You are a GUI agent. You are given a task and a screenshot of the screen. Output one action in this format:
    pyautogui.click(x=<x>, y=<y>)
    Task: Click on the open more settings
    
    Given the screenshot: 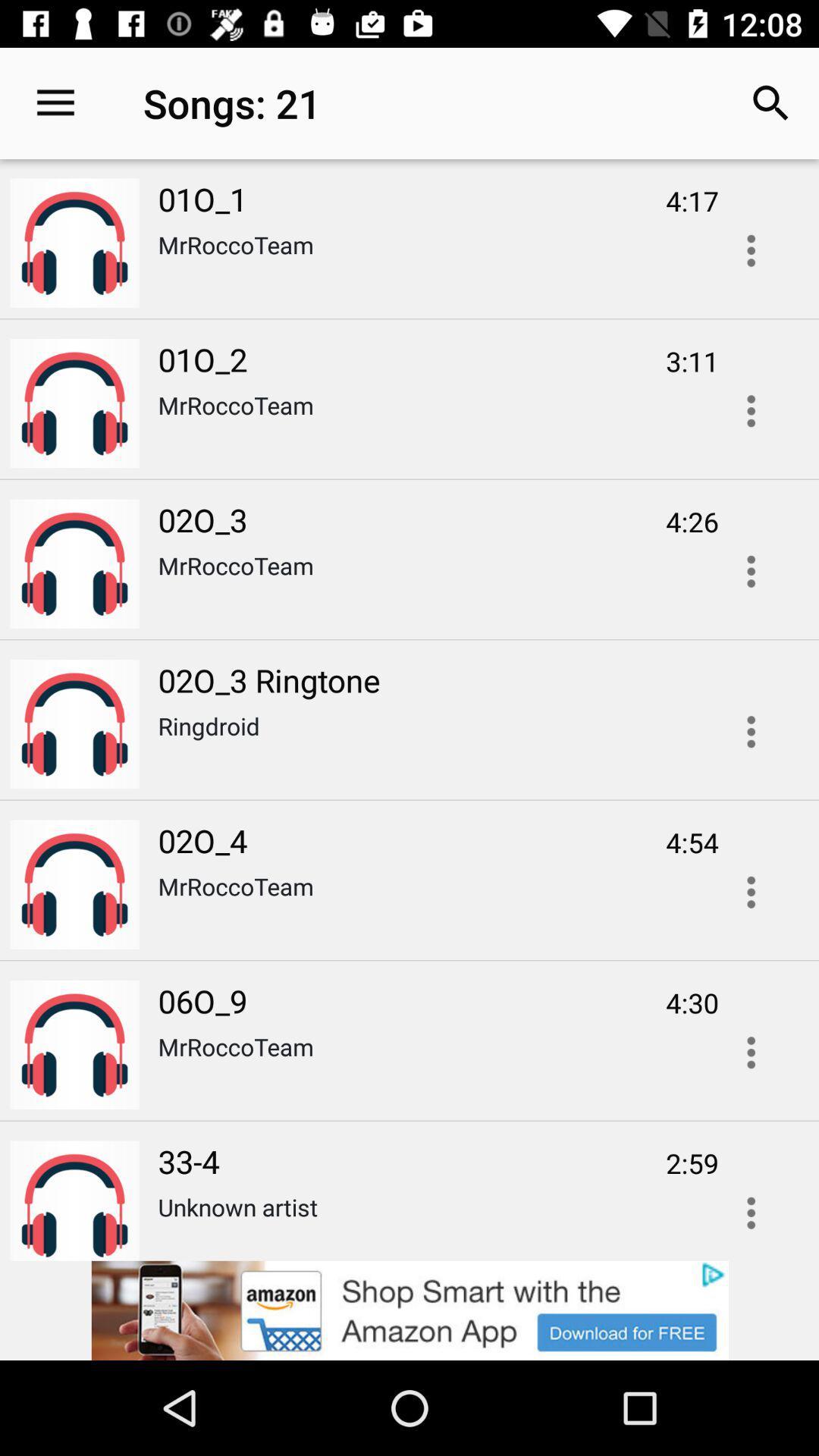 What is the action you would take?
    pyautogui.click(x=751, y=1207)
    